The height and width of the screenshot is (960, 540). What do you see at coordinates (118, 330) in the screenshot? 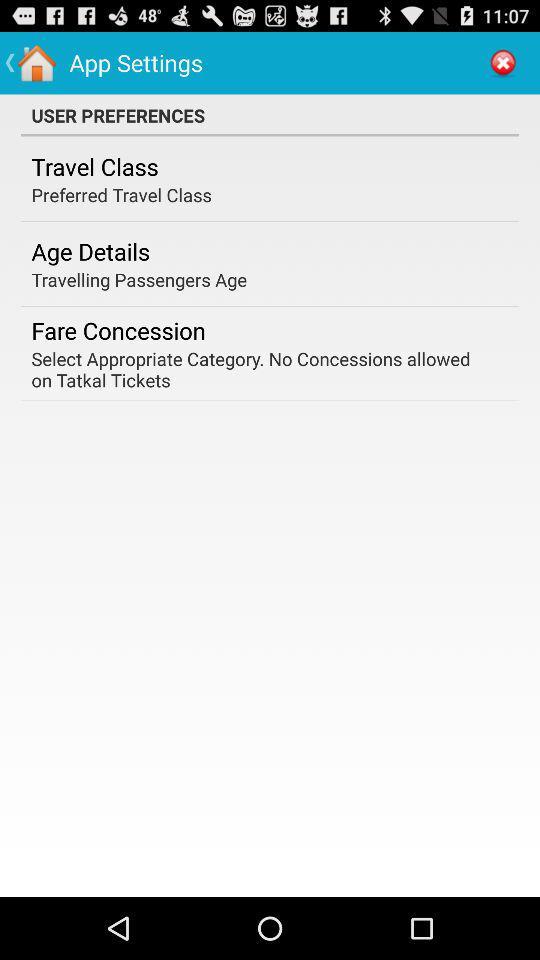
I see `the fare concession item` at bounding box center [118, 330].